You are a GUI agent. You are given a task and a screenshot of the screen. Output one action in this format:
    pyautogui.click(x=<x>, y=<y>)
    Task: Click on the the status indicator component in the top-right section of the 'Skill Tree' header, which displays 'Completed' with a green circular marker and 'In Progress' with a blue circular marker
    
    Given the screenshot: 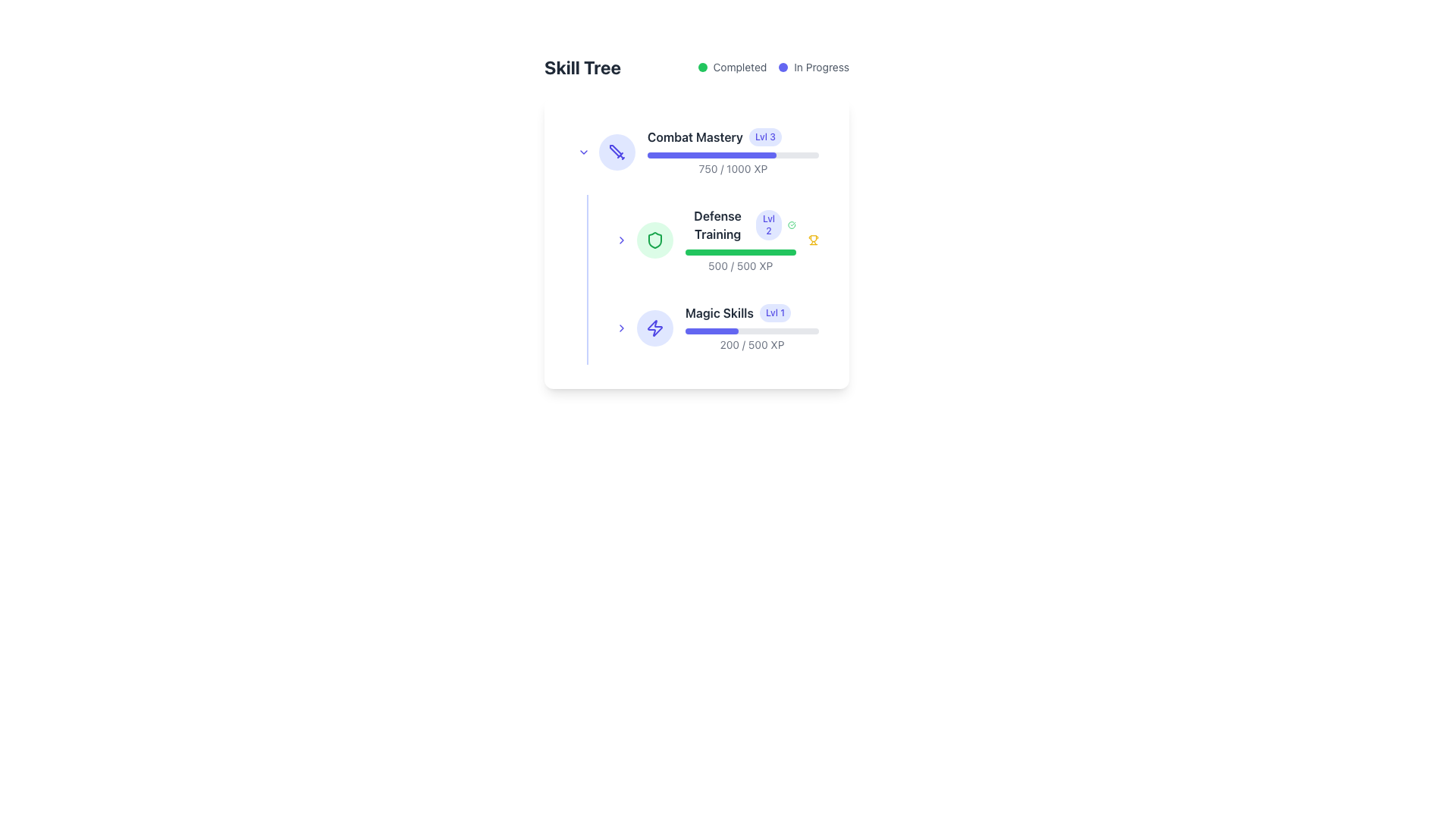 What is the action you would take?
    pyautogui.click(x=773, y=66)
    